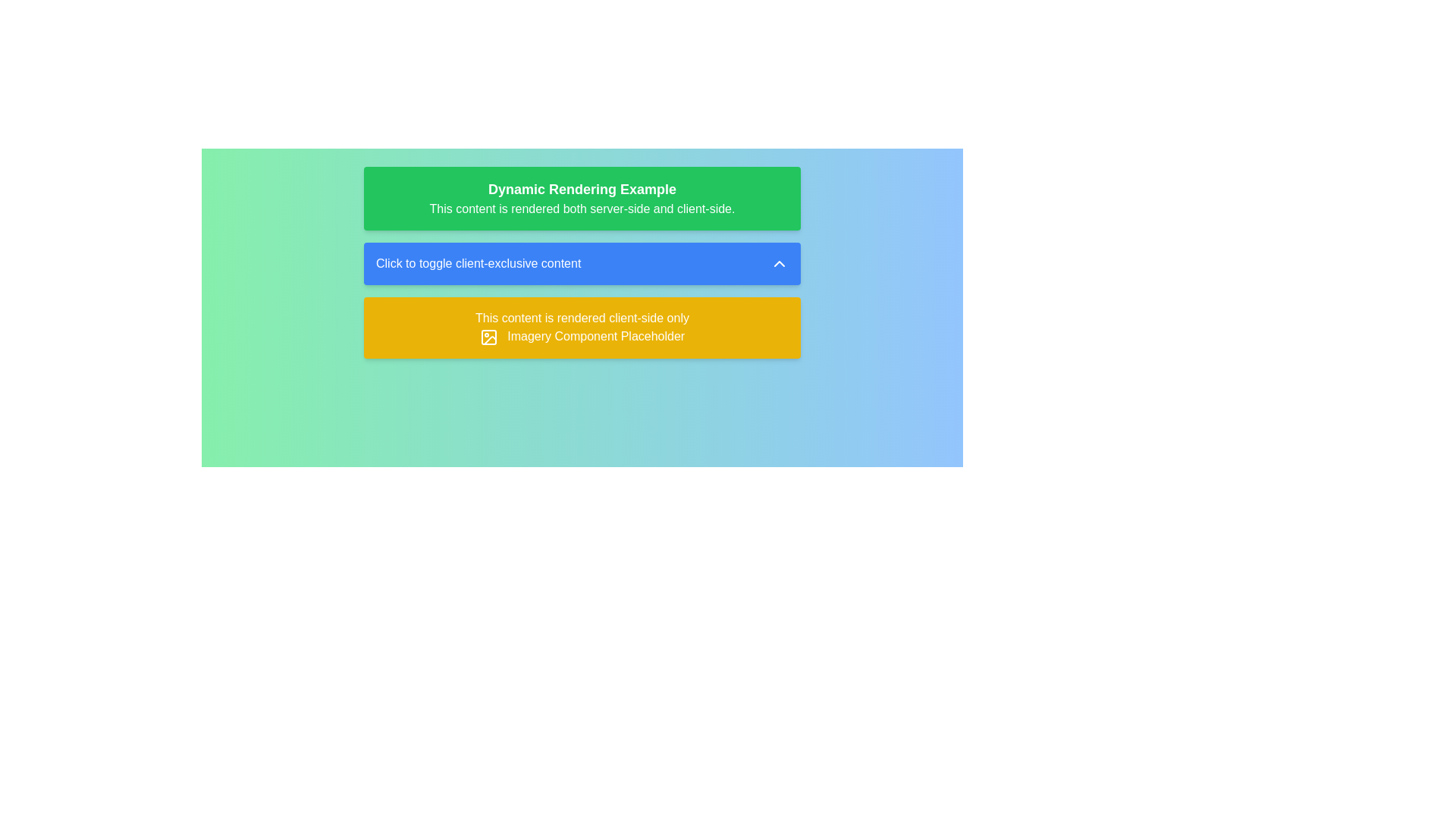  Describe the element at coordinates (779, 262) in the screenshot. I see `the upward-pointing chevron icon located in the top-right corner of the blue rectangular section containing the text 'Click to toggle client-exclusive content'` at that location.